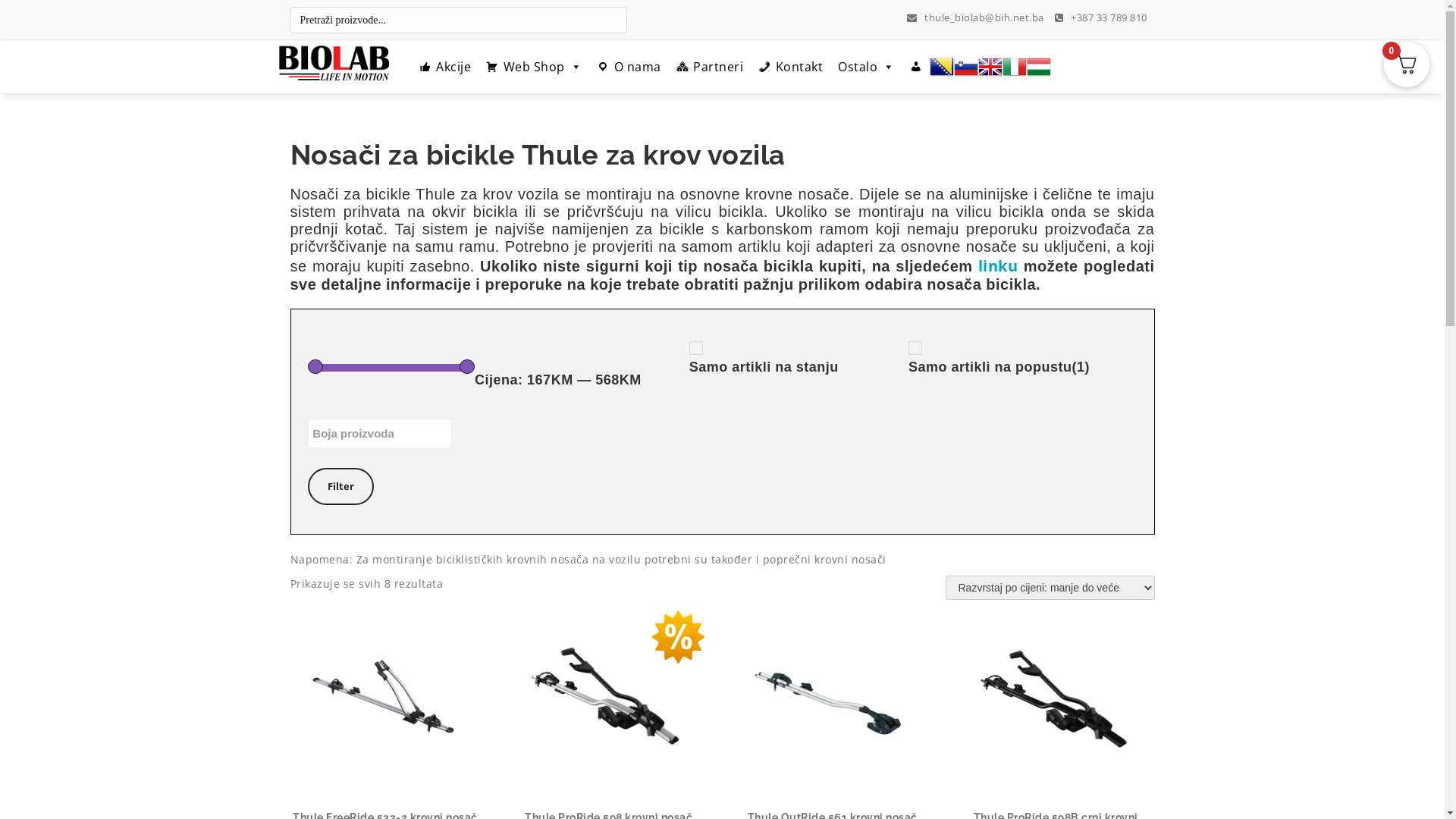 This screenshot has width=1456, height=819. I want to click on 'Kontakt', so click(789, 66).